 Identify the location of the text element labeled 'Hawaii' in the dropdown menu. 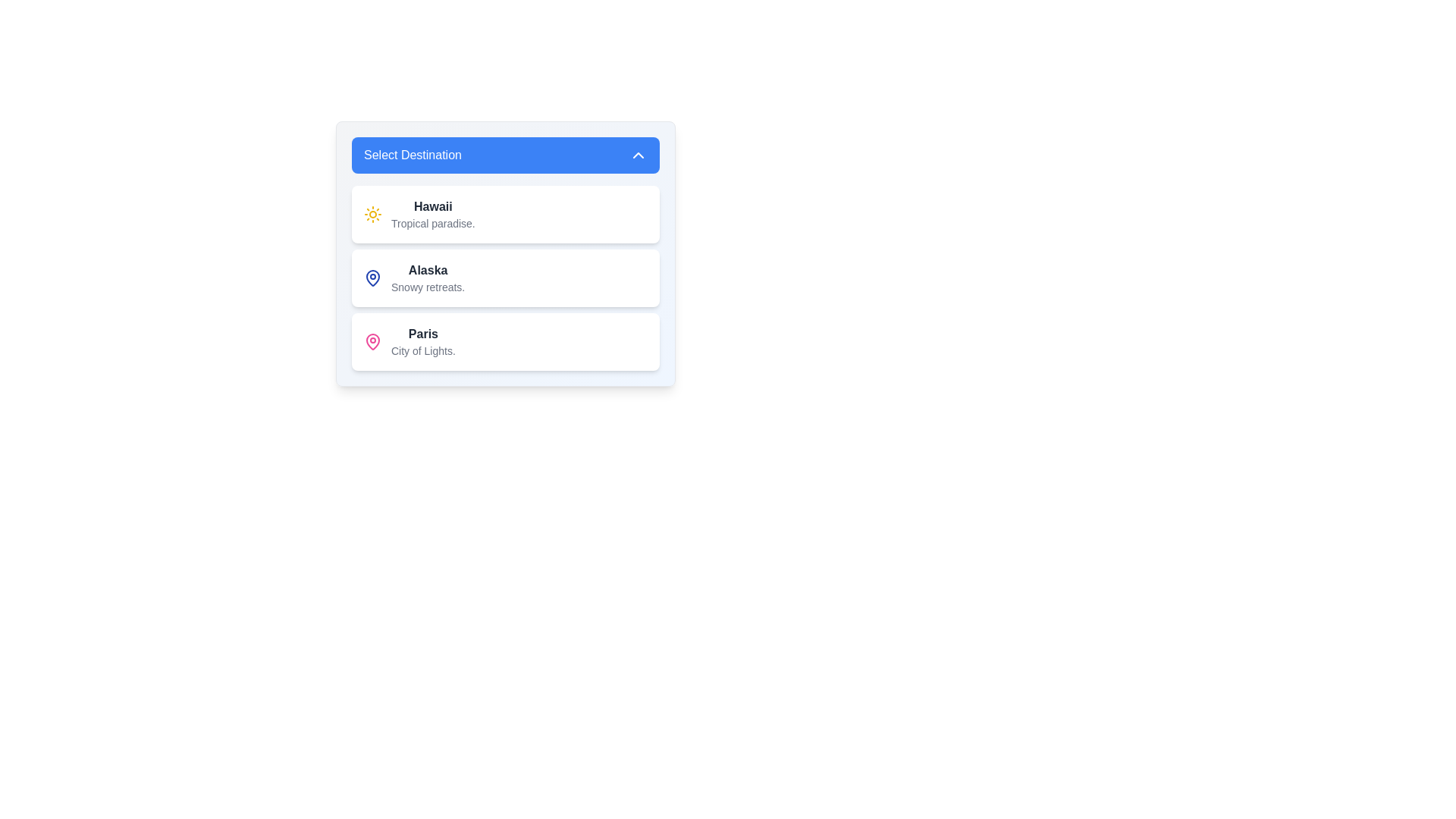
(432, 214).